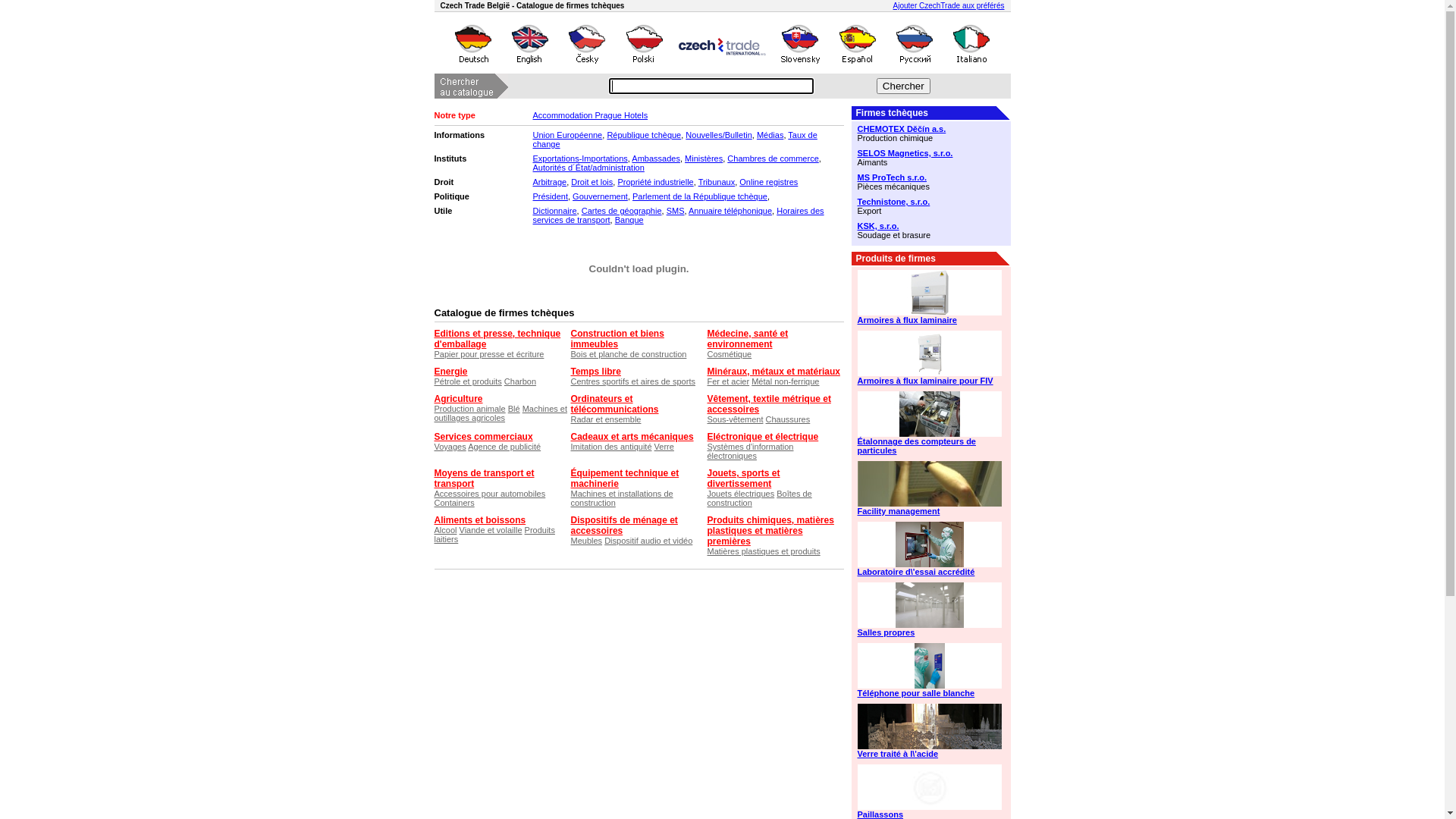  What do you see at coordinates (520, 380) in the screenshot?
I see `'Charbon'` at bounding box center [520, 380].